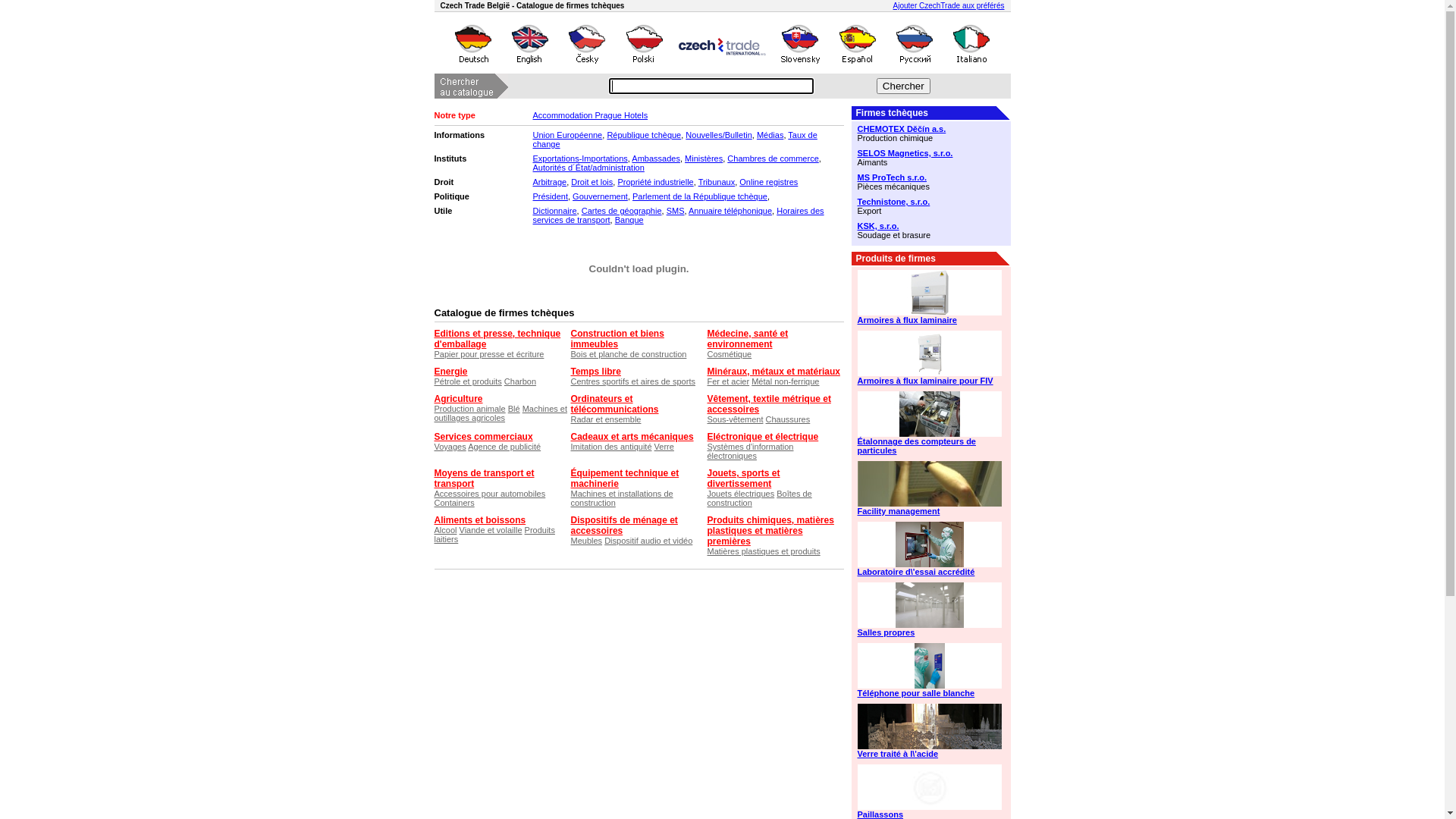  What do you see at coordinates (520, 380) in the screenshot?
I see `'Charbon'` at bounding box center [520, 380].